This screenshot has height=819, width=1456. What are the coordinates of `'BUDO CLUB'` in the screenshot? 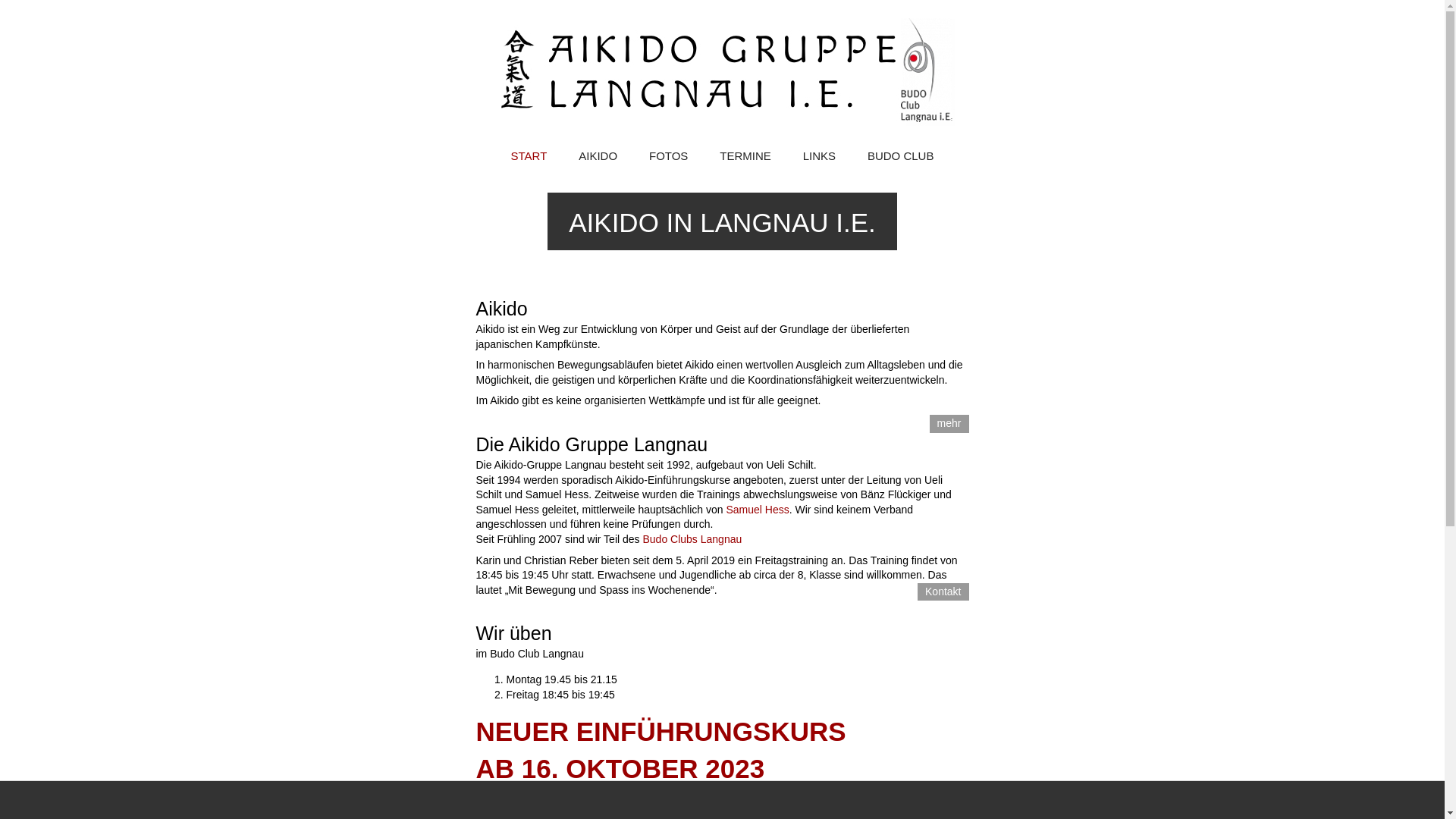 It's located at (901, 157).